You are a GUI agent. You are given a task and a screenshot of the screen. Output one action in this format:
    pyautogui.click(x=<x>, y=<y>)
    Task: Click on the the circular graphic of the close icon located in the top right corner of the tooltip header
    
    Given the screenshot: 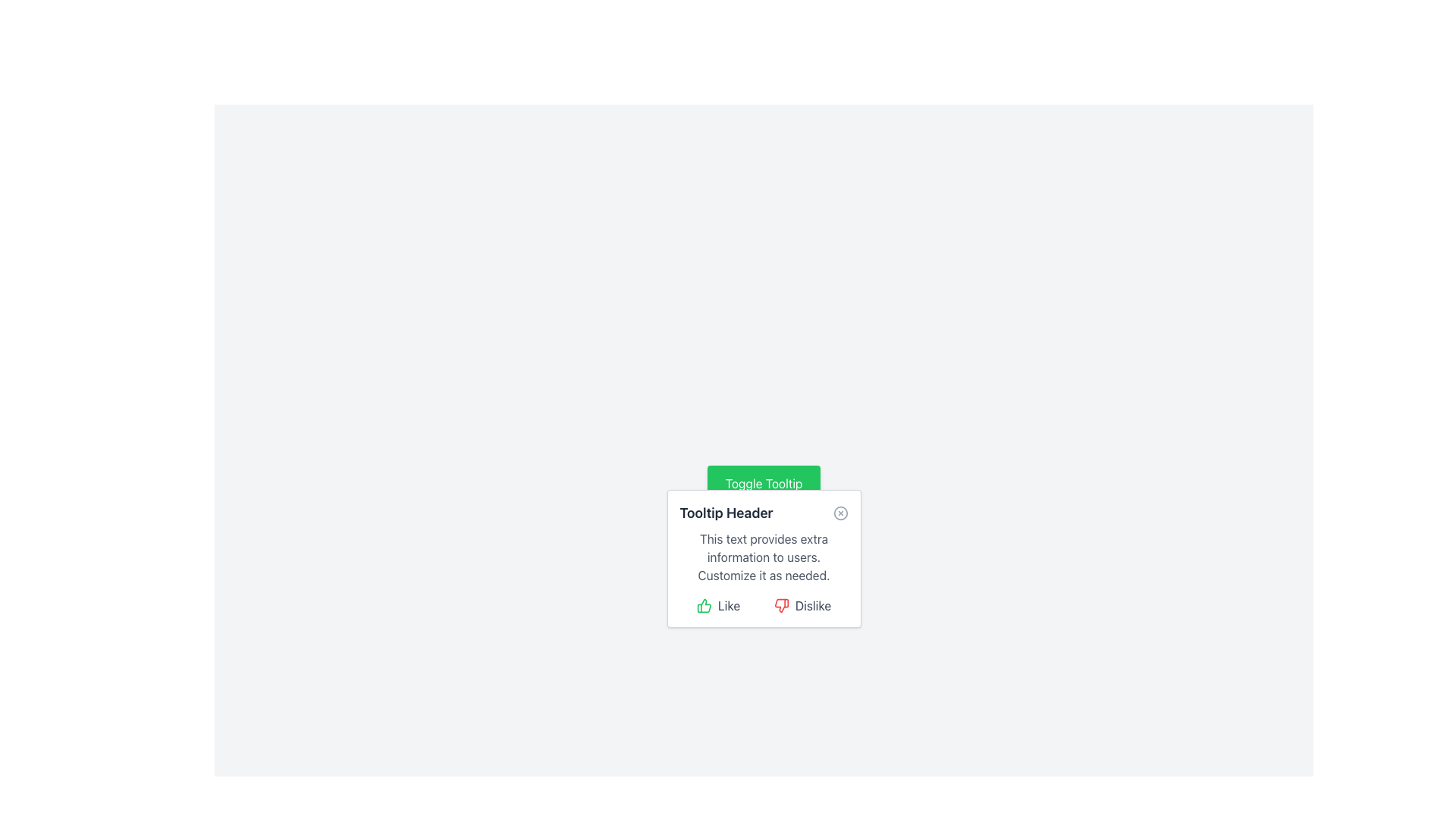 What is the action you would take?
    pyautogui.click(x=839, y=513)
    